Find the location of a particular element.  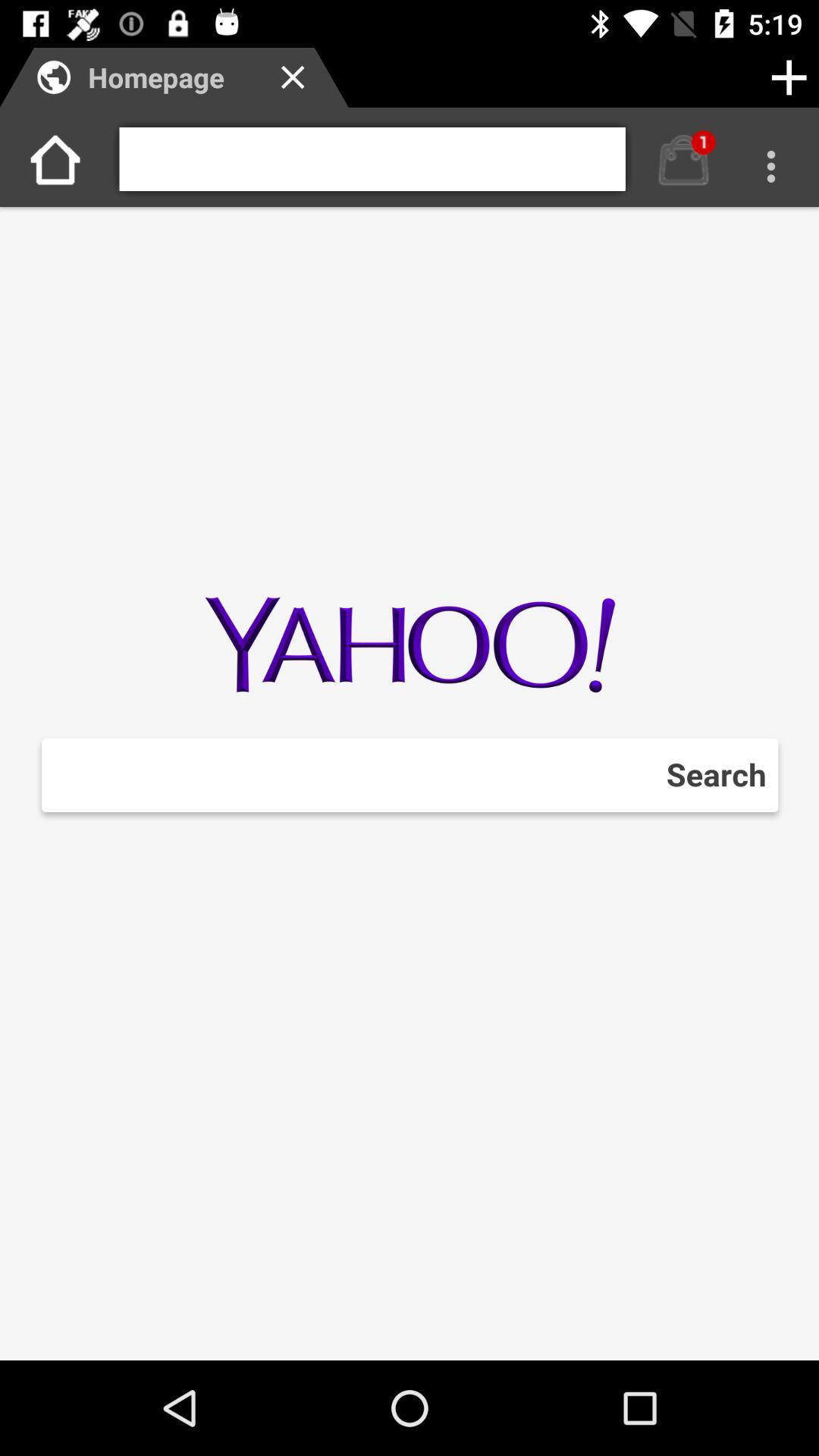

the add icon is located at coordinates (788, 77).